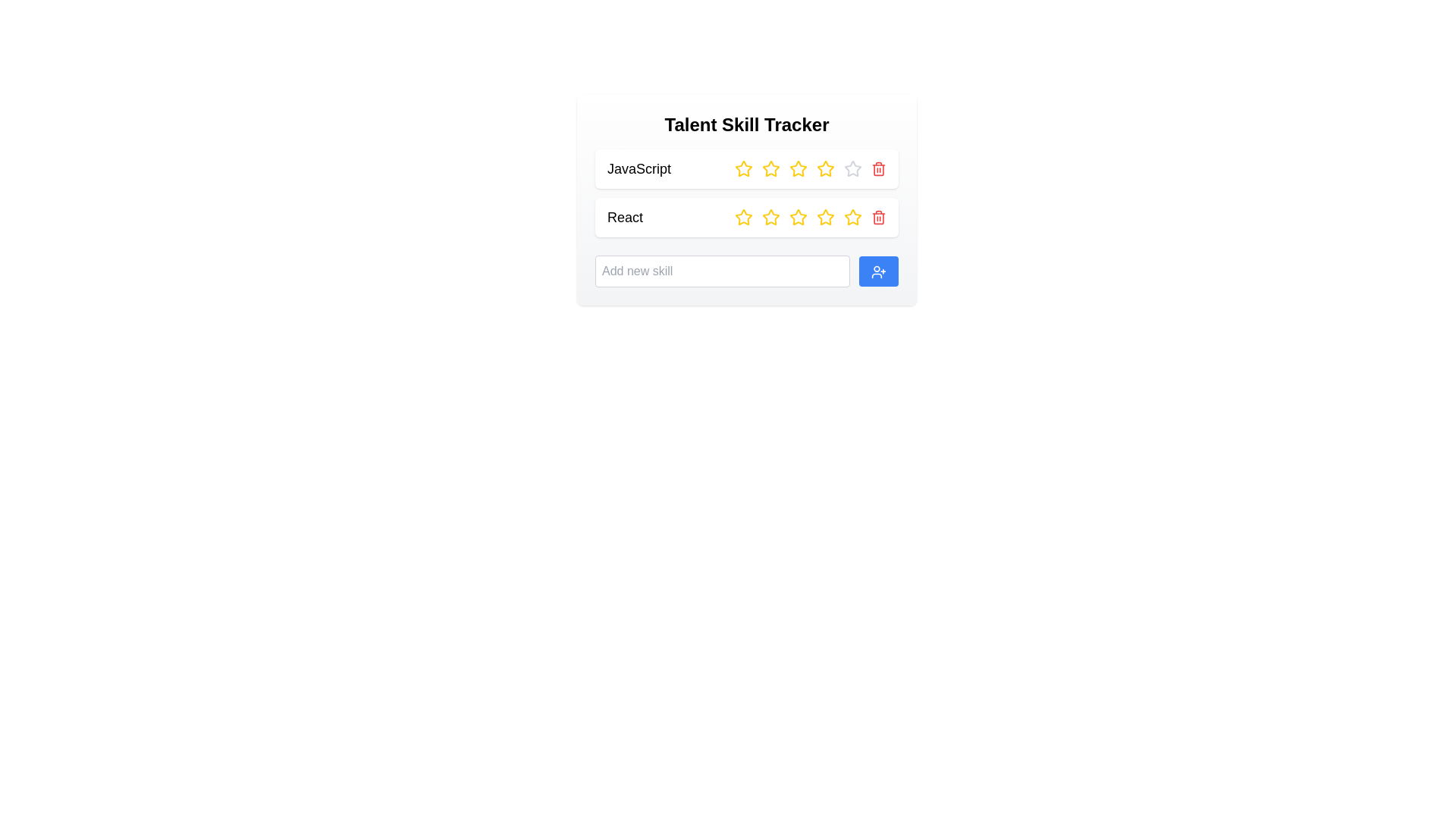 The width and height of the screenshot is (1456, 819). I want to click on the fifth yellow outlined star icon in the rating row labeled 'React' on the 'Talent Skill Tracker' card, so click(825, 217).